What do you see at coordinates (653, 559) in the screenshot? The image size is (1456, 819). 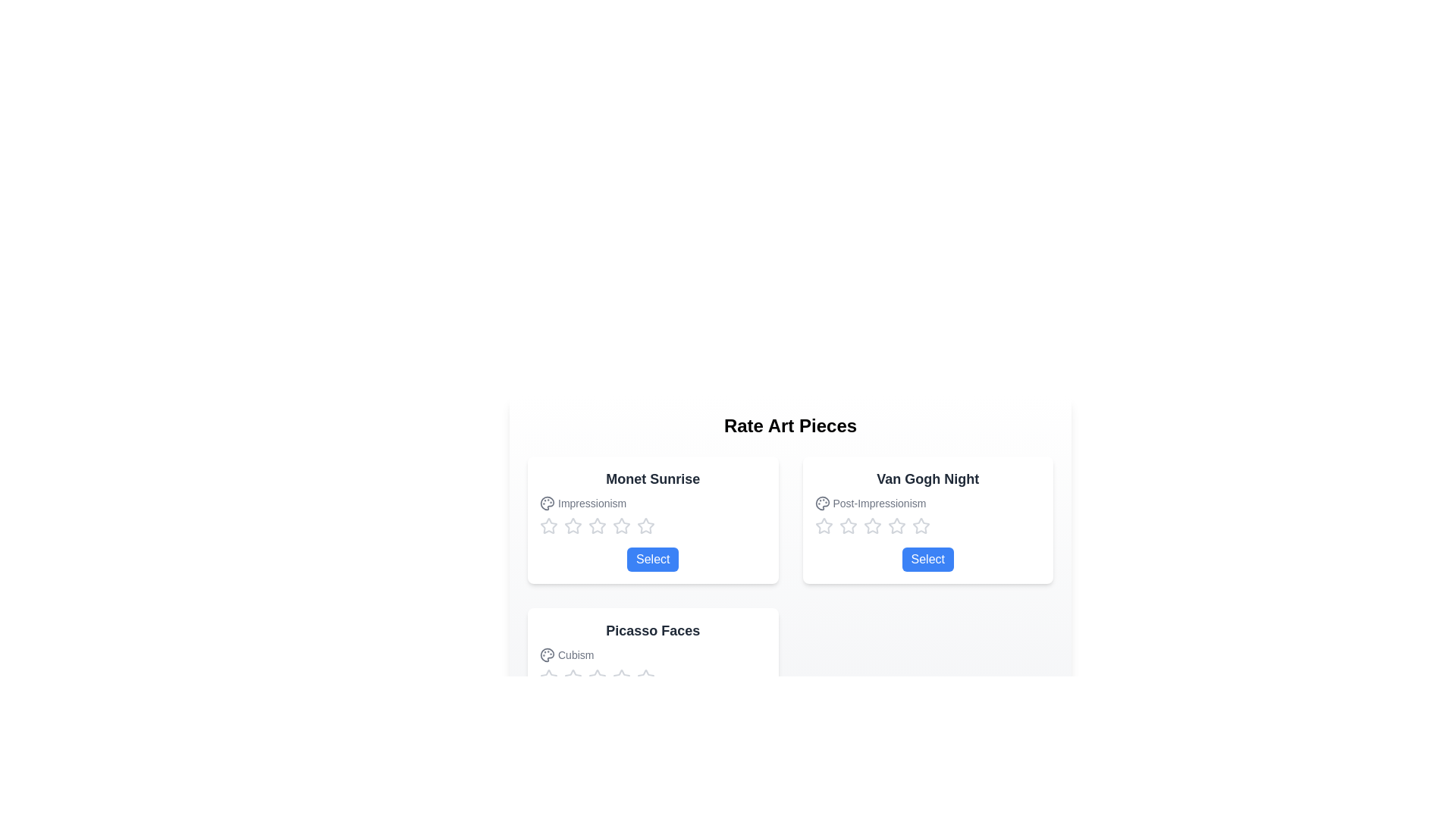 I see `the button at the bottom of the card titled 'Monet Sunrise'` at bounding box center [653, 559].